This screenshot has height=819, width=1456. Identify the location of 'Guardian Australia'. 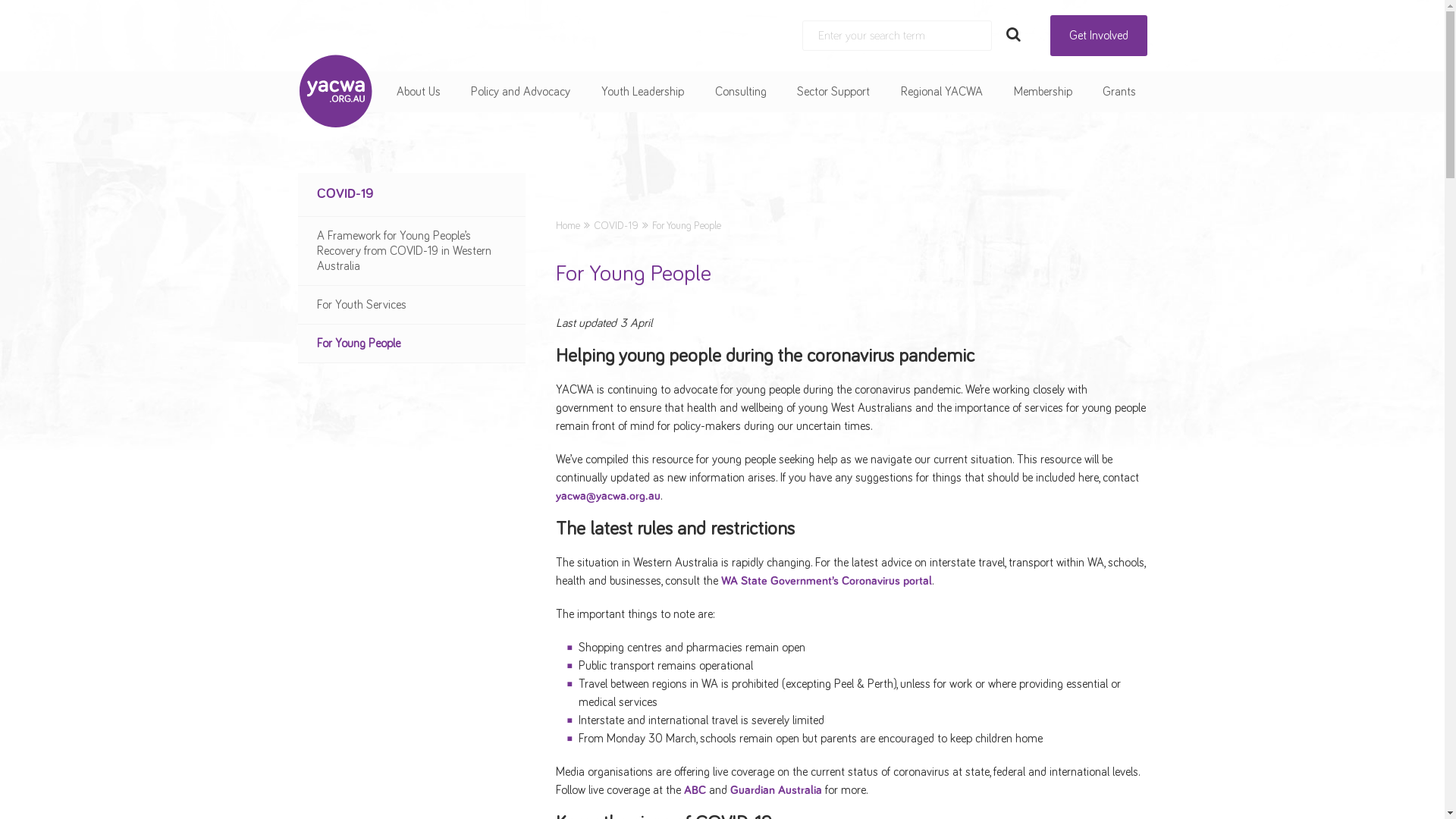
(775, 789).